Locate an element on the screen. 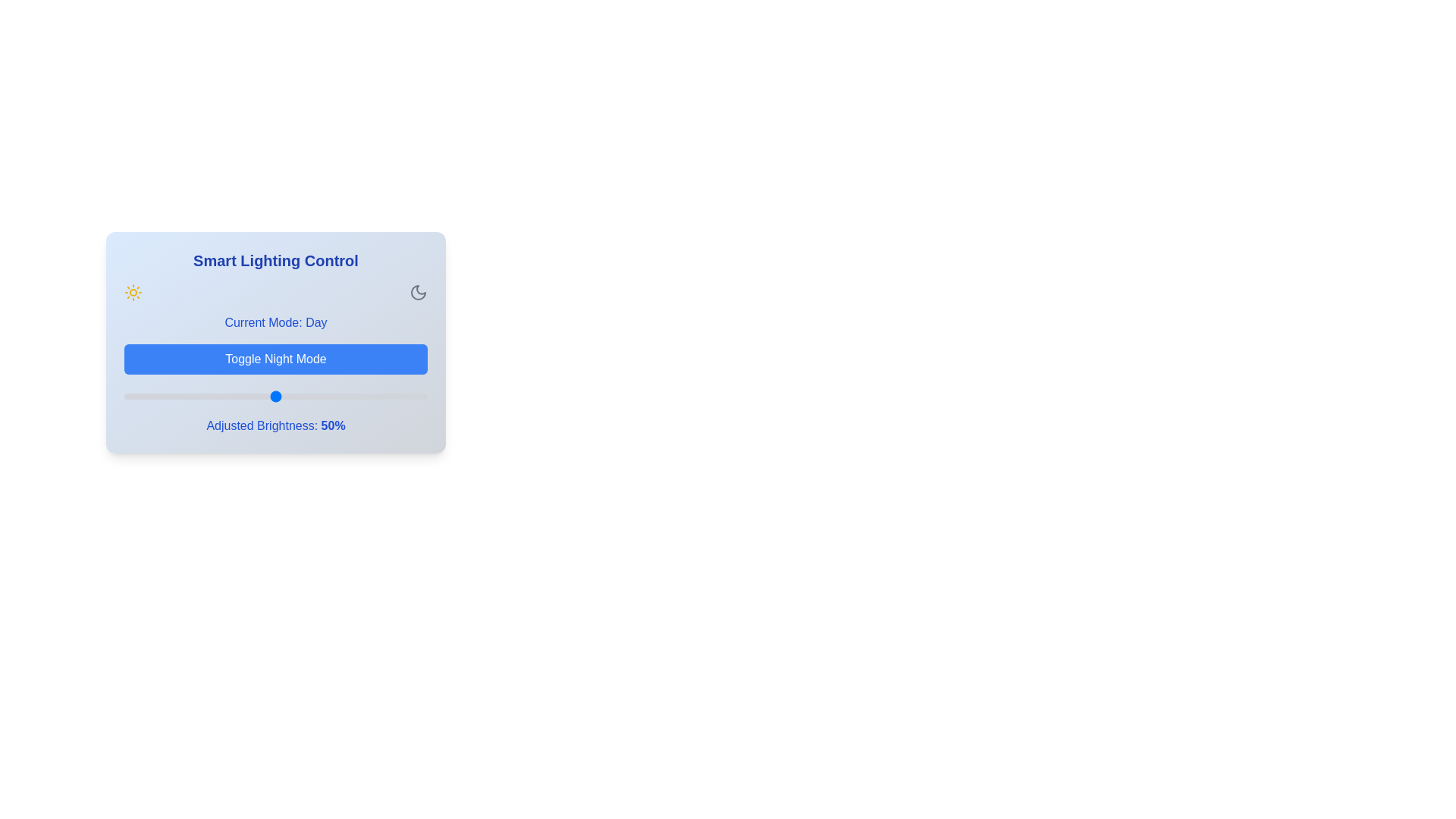 The image size is (1456, 819). the brightness level is located at coordinates (263, 396).